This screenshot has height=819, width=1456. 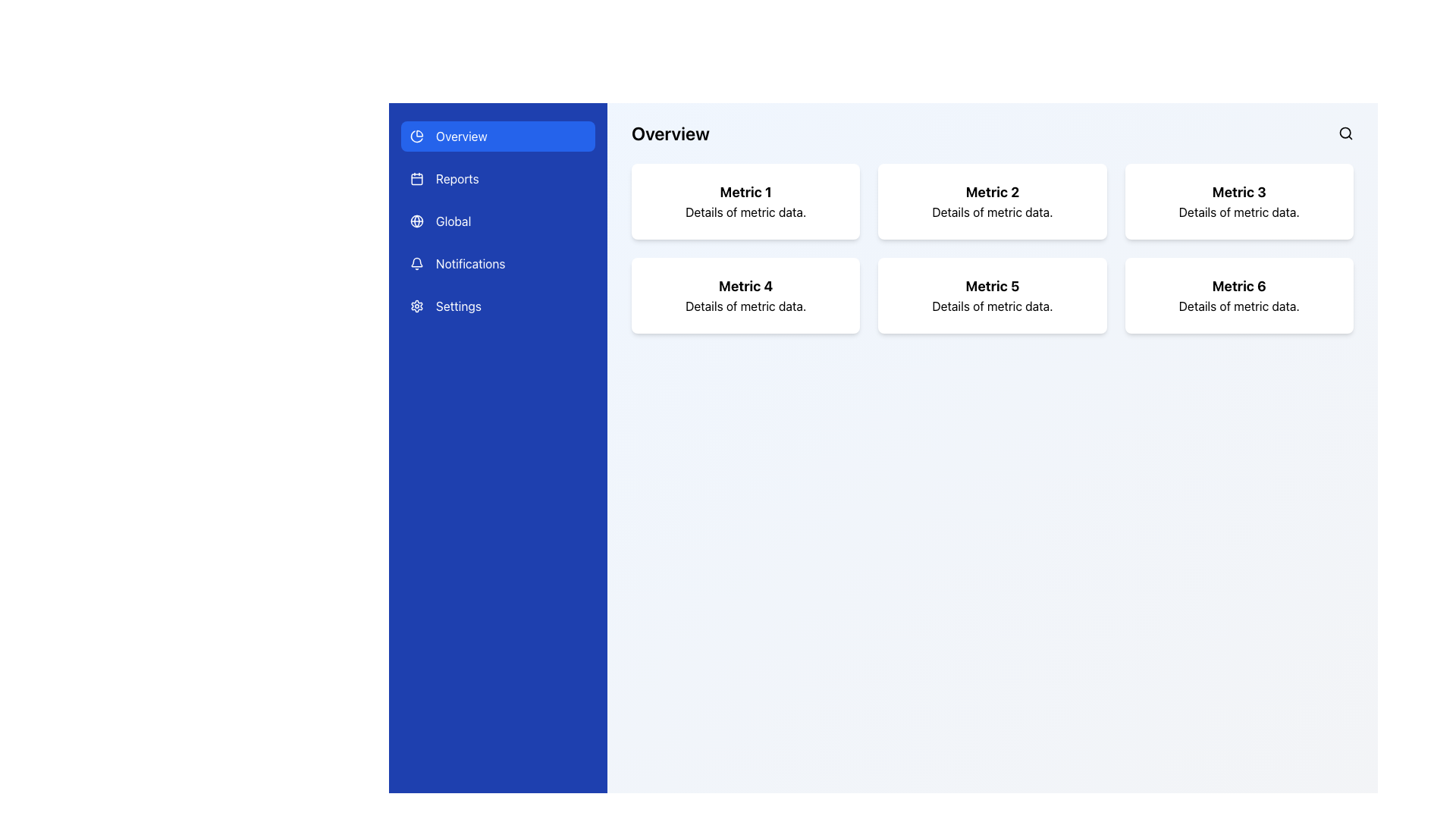 What do you see at coordinates (993, 295) in the screenshot?
I see `the Informational card displaying 'Metric 5' with a white background and rounded corners, located in the second row, second column of the grid layout` at bounding box center [993, 295].